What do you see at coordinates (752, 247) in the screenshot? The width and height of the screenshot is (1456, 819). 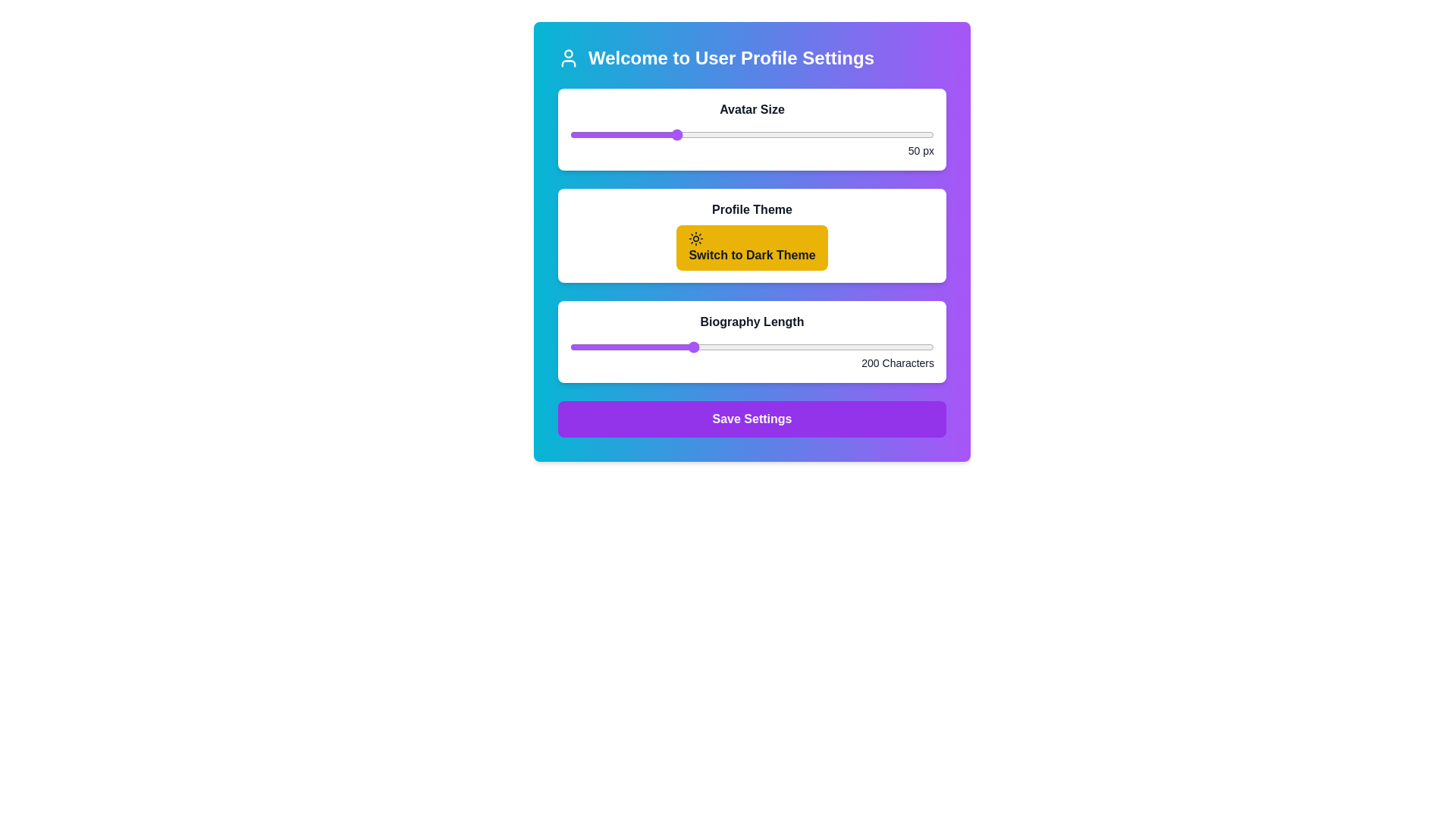 I see `the 'Switch to Dark Theme' button, which is a rectangular button with rounded corners and a bright yellow background located within the 'Profile Theme' section` at bounding box center [752, 247].